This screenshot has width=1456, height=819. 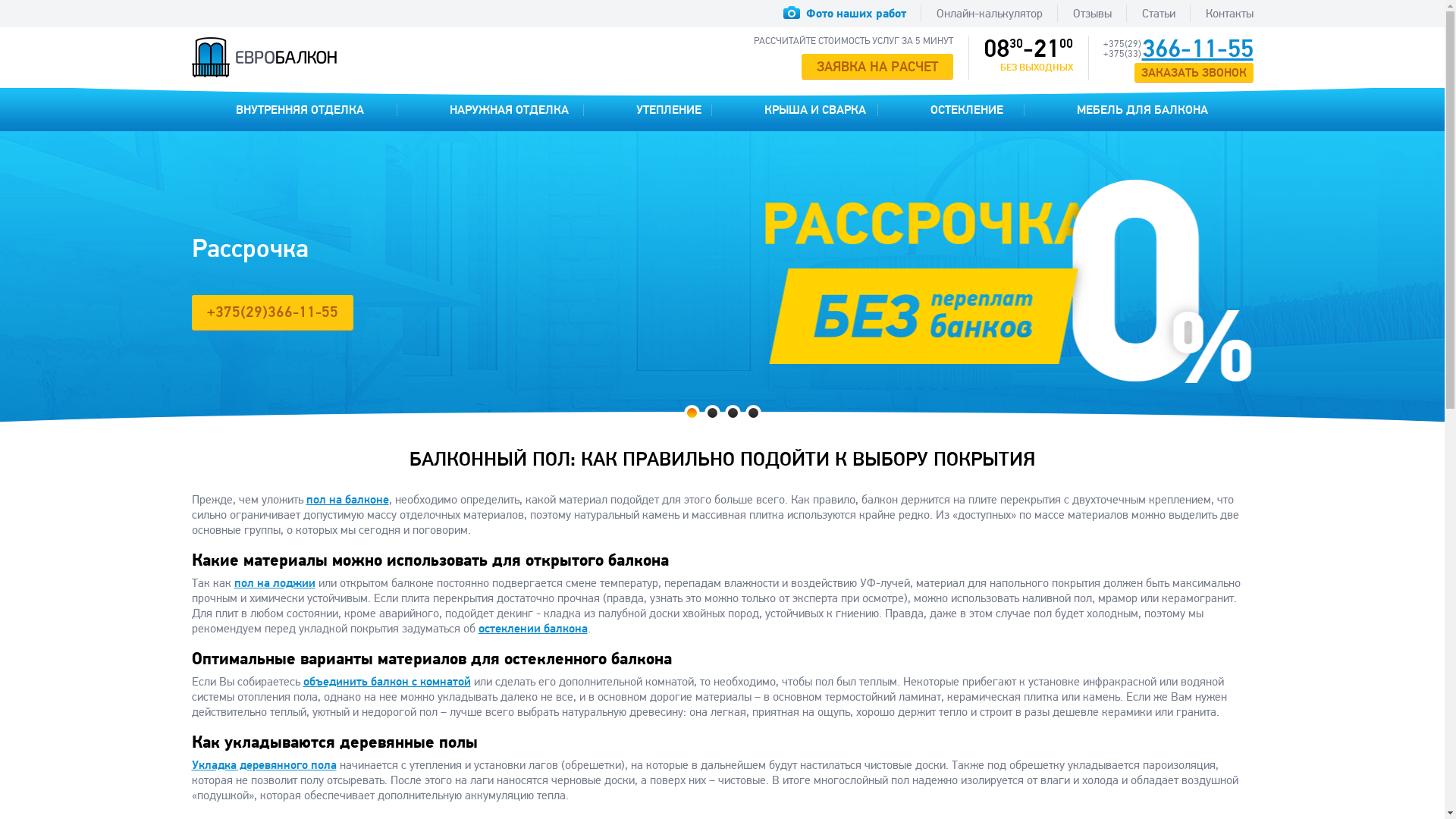 I want to click on '366-11-55', so click(x=1197, y=48).